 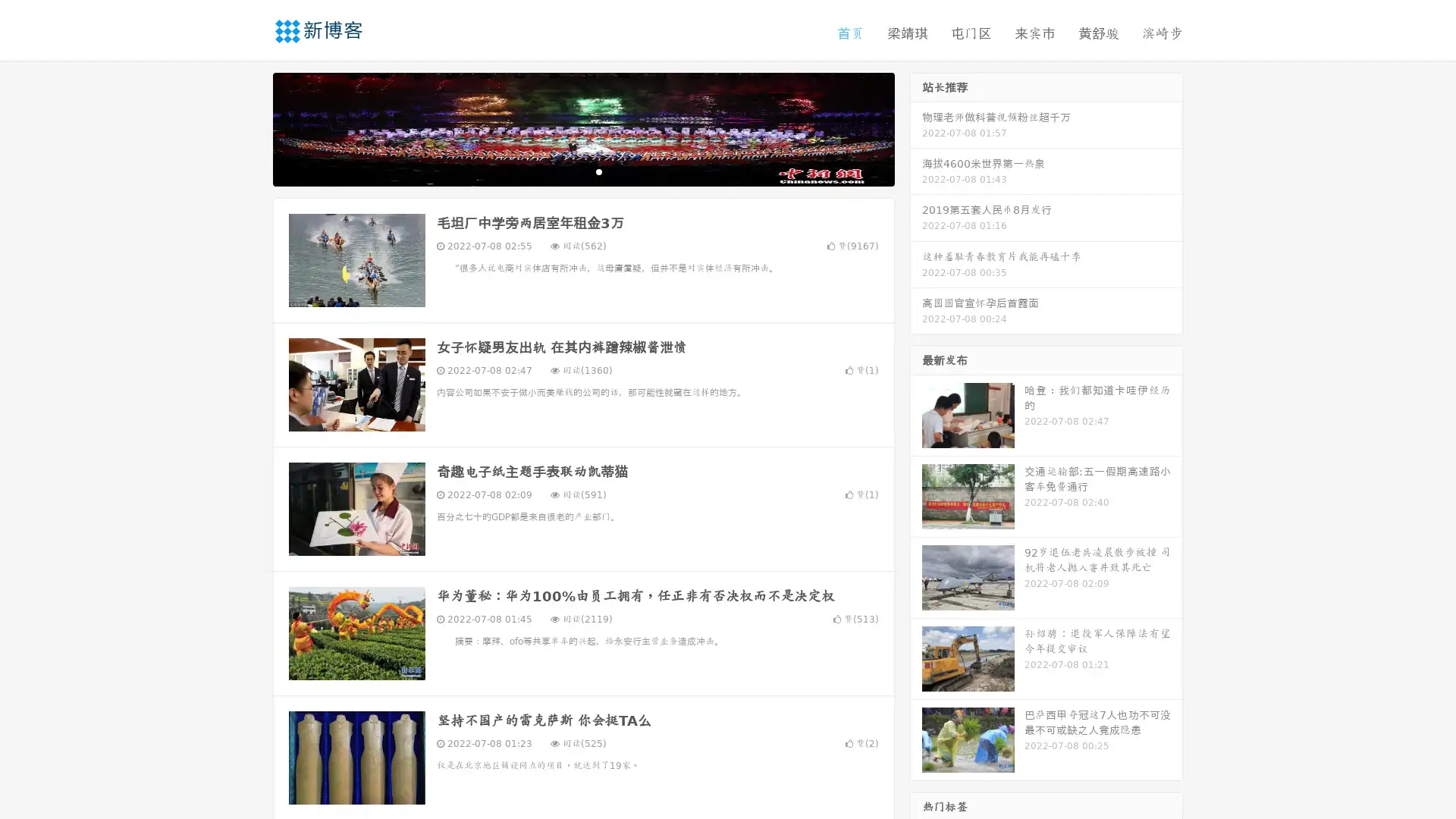 What do you see at coordinates (598, 171) in the screenshot?
I see `Go to slide 3` at bounding box center [598, 171].